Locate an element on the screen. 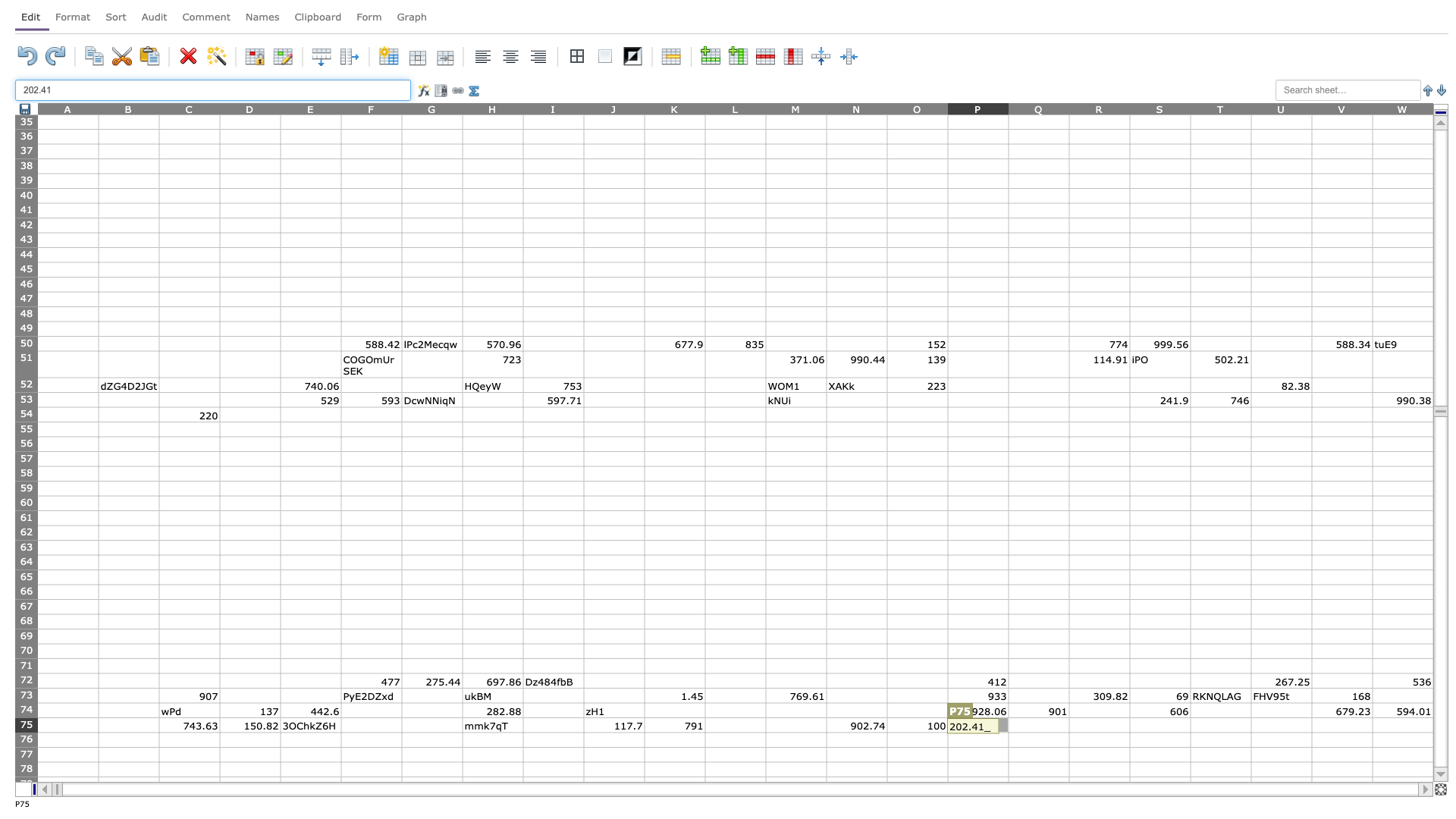  Place cursor on top left corner of R75 is located at coordinates (1068, 717).